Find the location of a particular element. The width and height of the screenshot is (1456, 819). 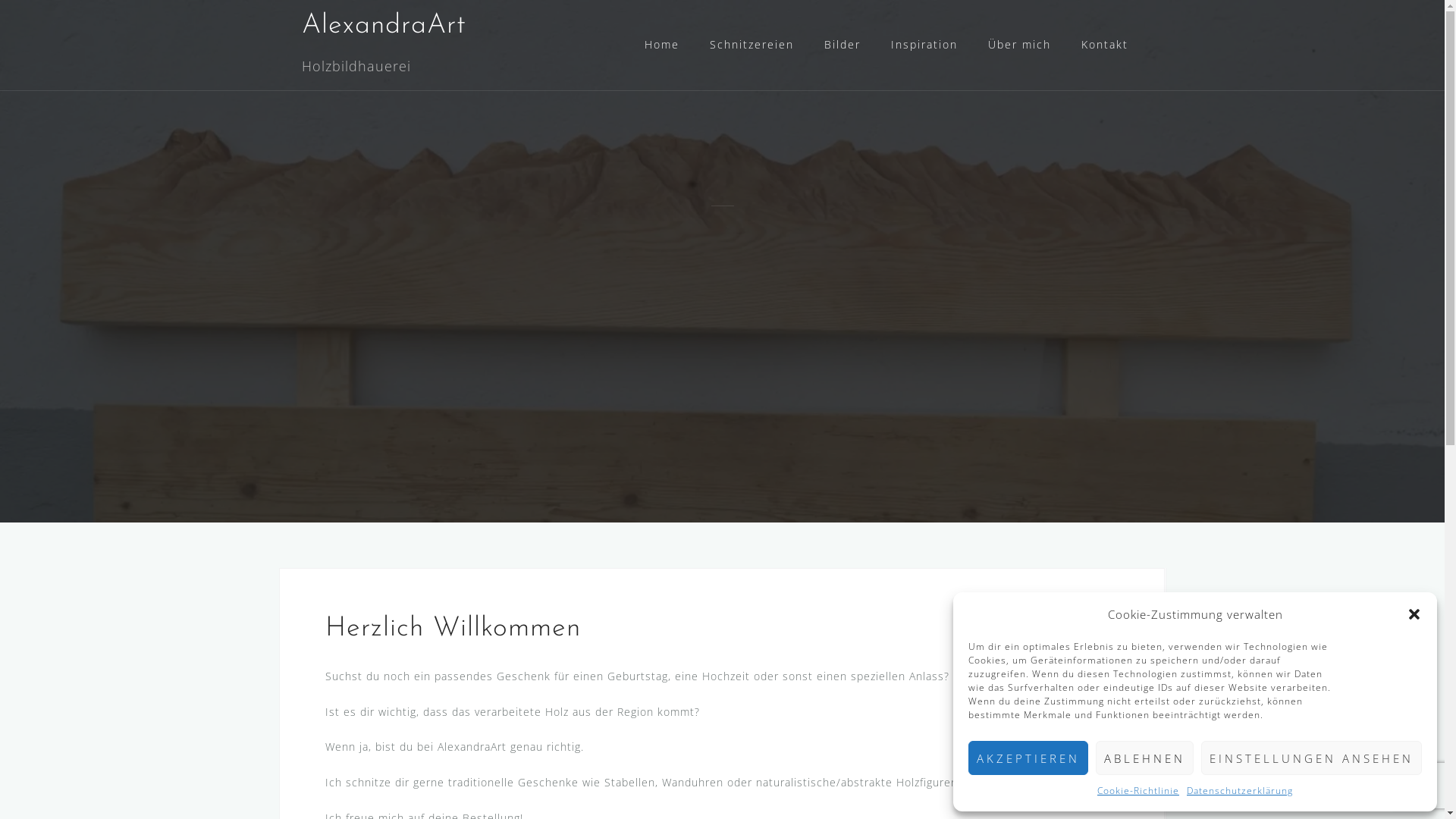

'AlexandraArt' is located at coordinates (302, 26).